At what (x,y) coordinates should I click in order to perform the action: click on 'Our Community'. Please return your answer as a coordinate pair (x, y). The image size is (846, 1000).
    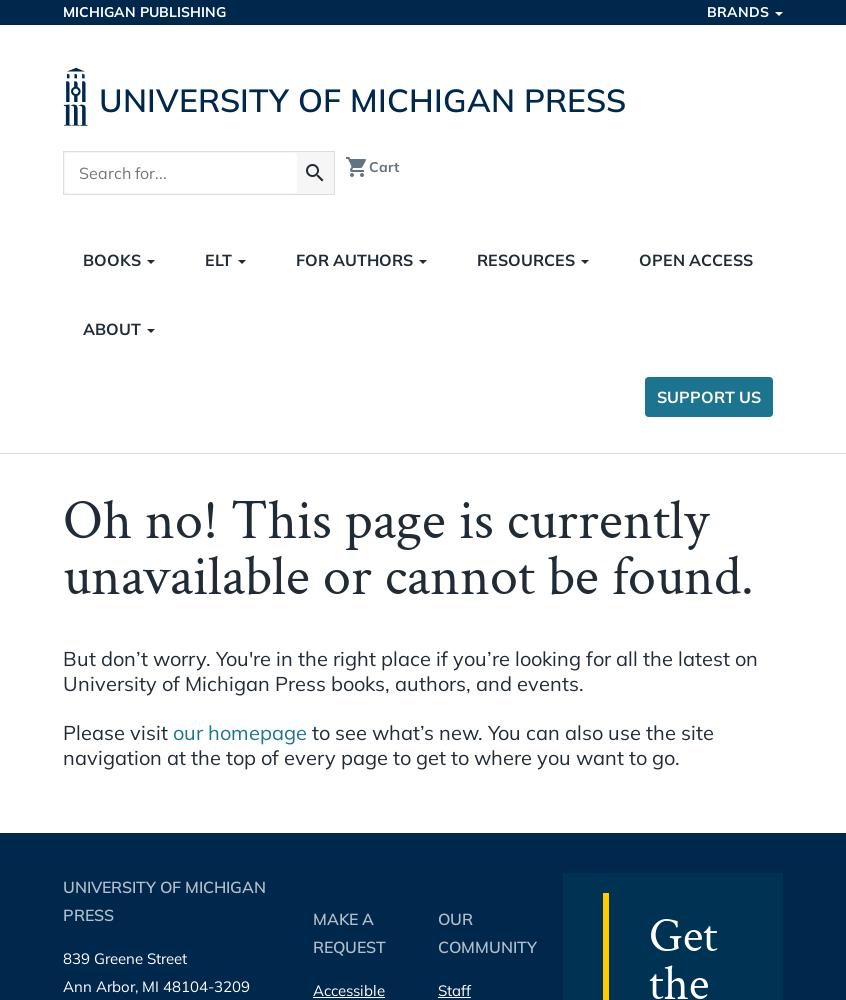
    Looking at the image, I should click on (486, 933).